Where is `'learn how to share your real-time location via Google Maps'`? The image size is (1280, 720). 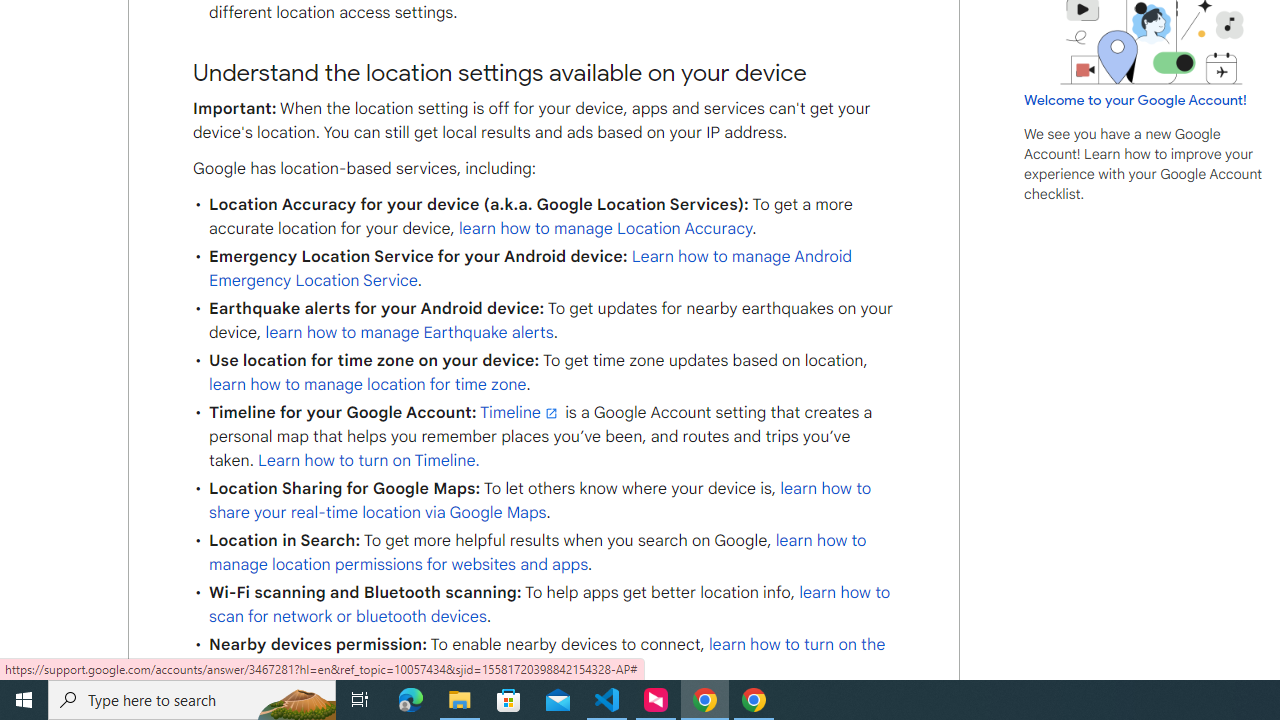 'learn how to share your real-time location via Google Maps' is located at coordinates (540, 499).